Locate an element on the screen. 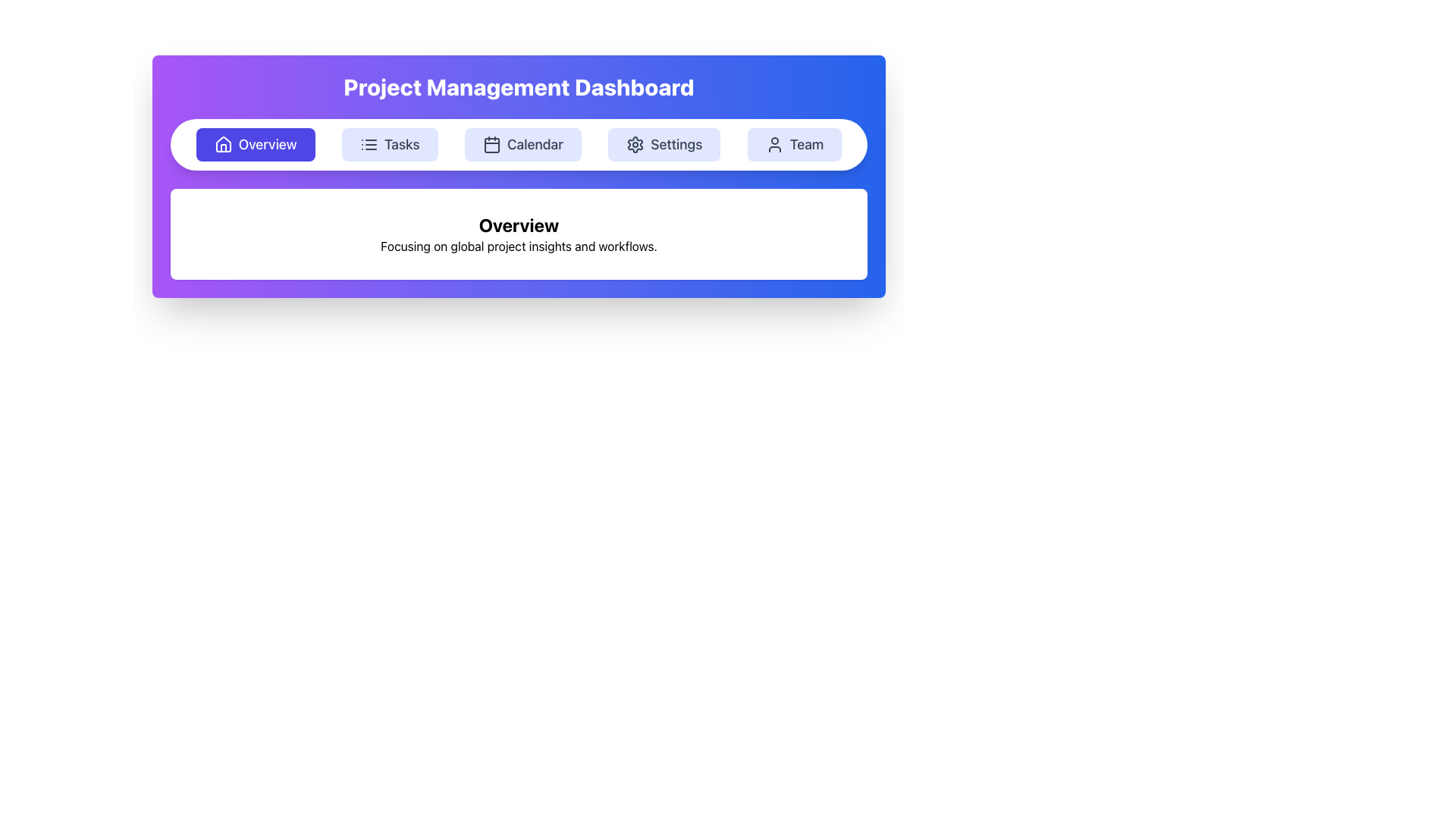 The image size is (1456, 819). the small icon resembling a list, which is located within the 'Tasks' button, adjacent to the 'Overview' button on the left is located at coordinates (369, 145).